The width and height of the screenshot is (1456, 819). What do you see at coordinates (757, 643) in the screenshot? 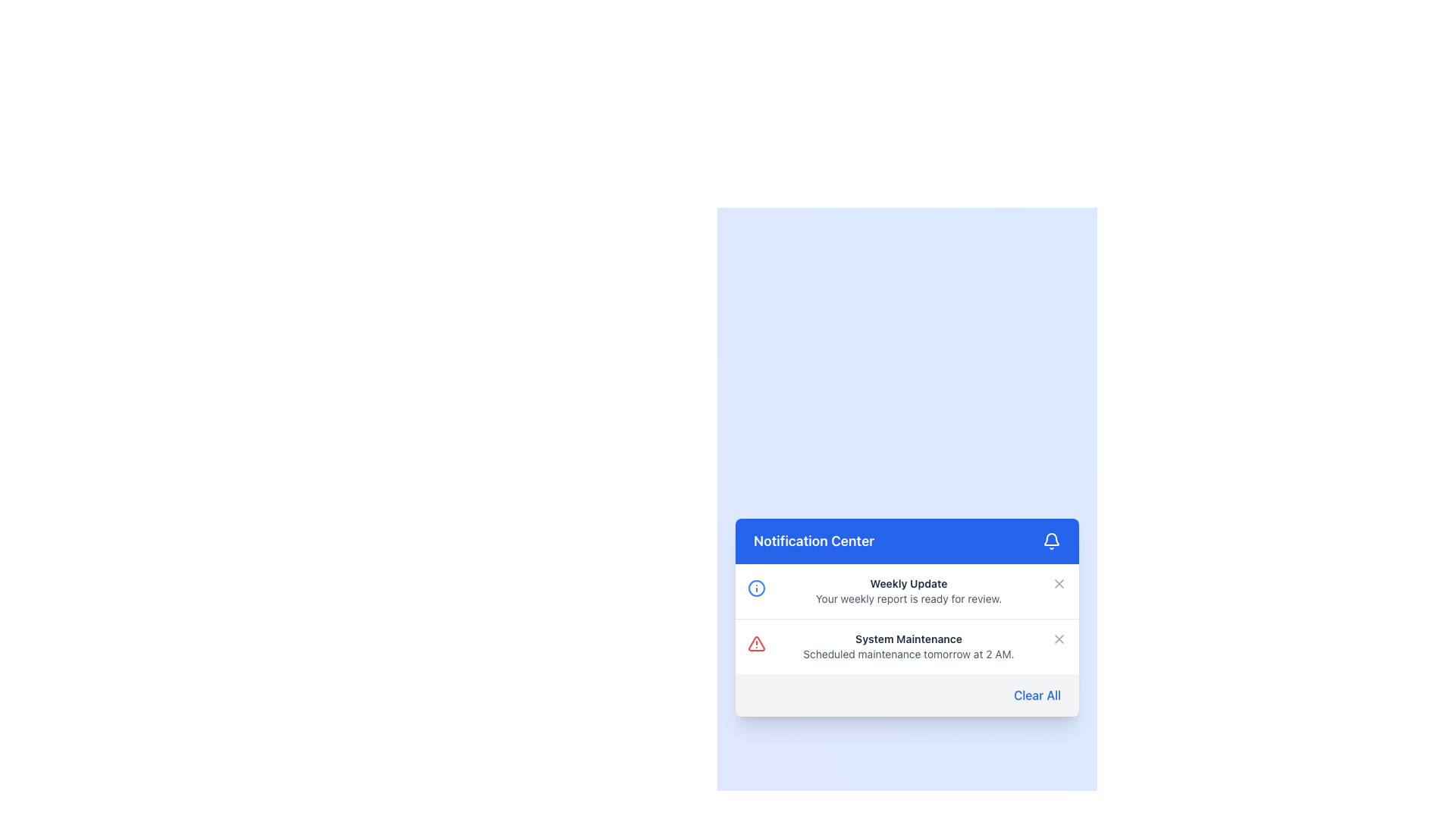
I see `the warning icon indicating a 'System Maintenance' notification` at bounding box center [757, 643].